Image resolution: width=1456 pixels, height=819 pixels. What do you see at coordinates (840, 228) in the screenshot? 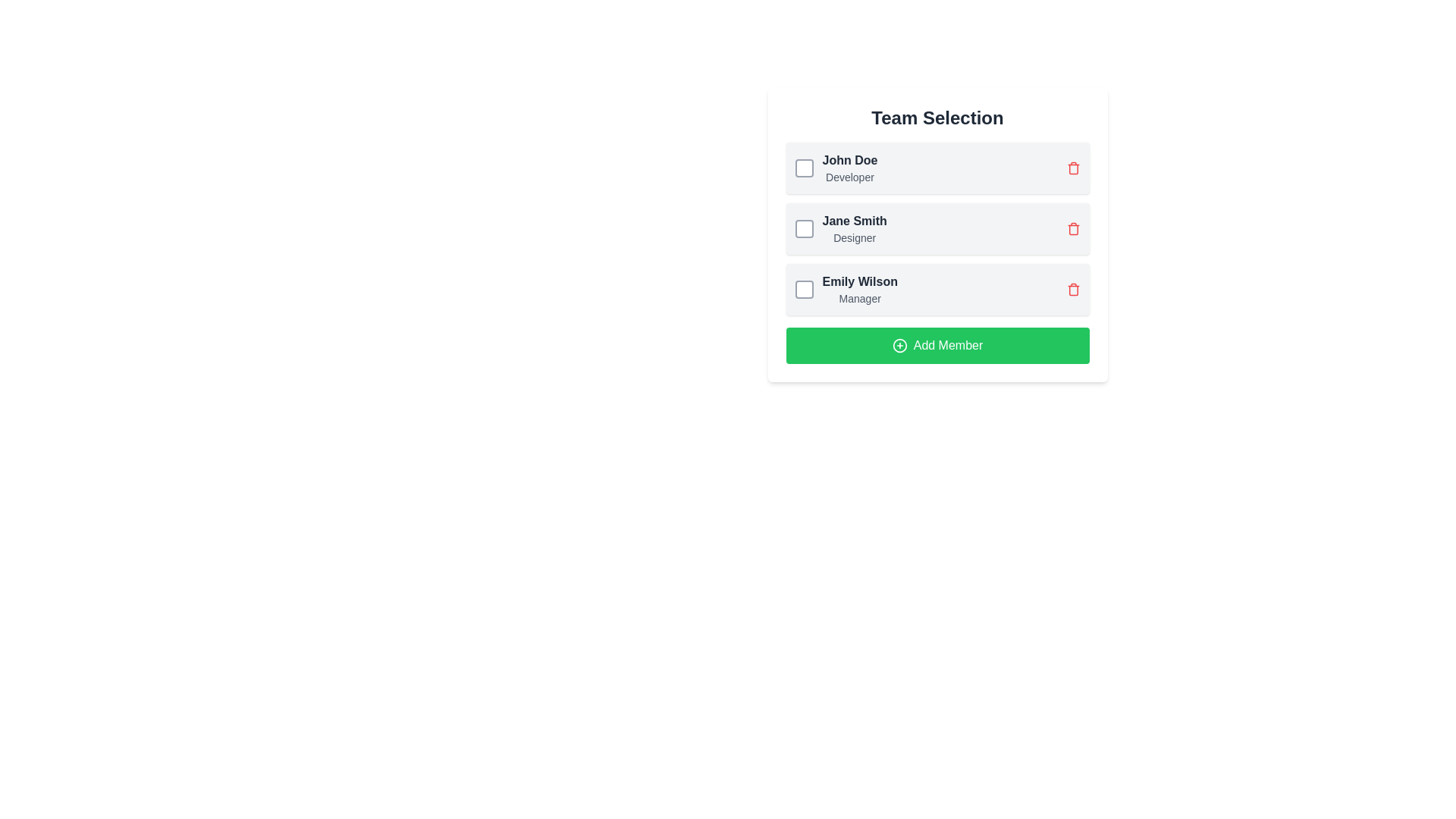
I see `the text display representing an individual member in the 'Team Selection' list, which is located in the second row, between 'John Doe' and 'Emily Wilson'` at bounding box center [840, 228].